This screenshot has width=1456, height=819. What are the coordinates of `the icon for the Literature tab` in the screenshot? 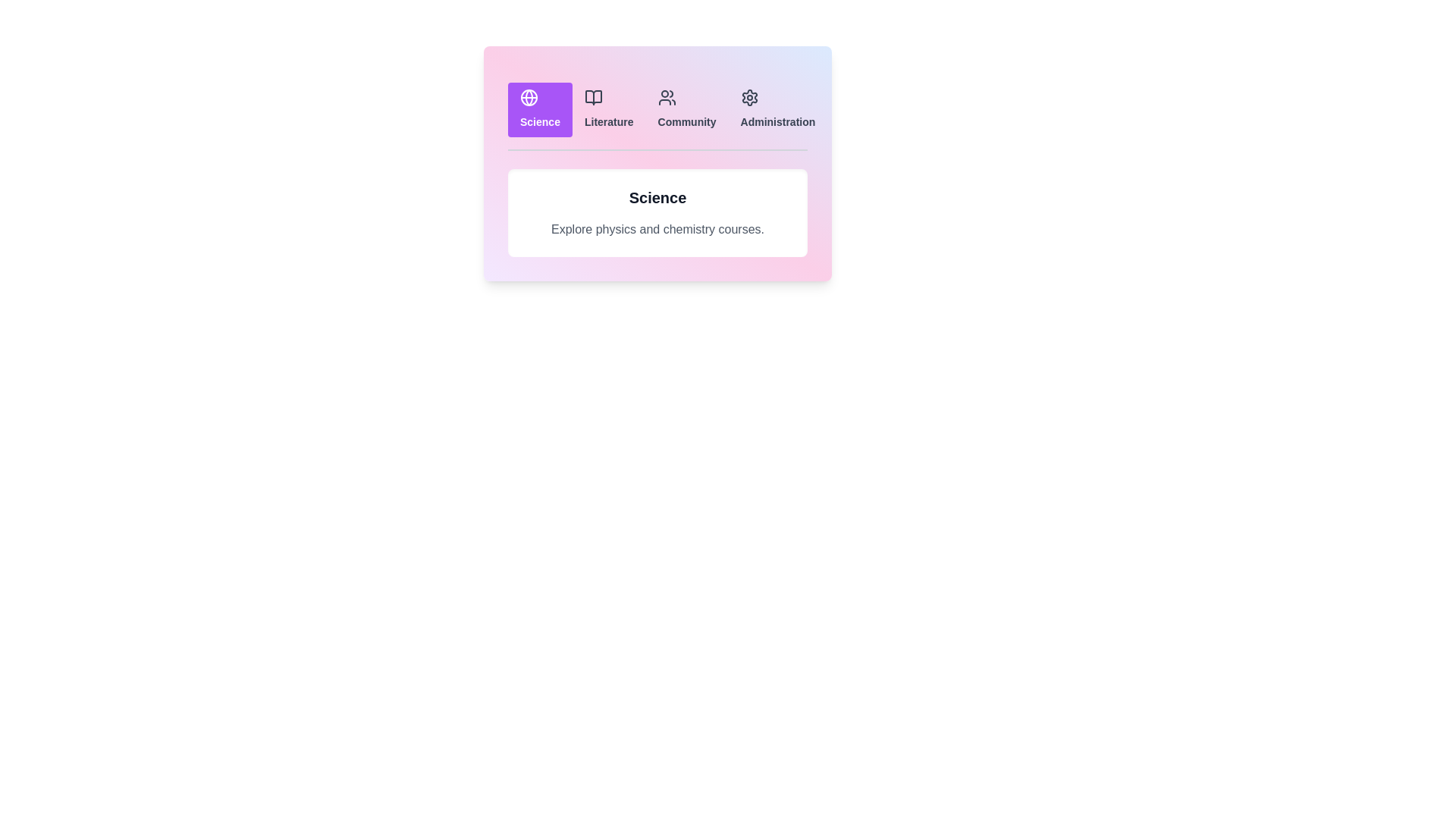 It's located at (592, 97).